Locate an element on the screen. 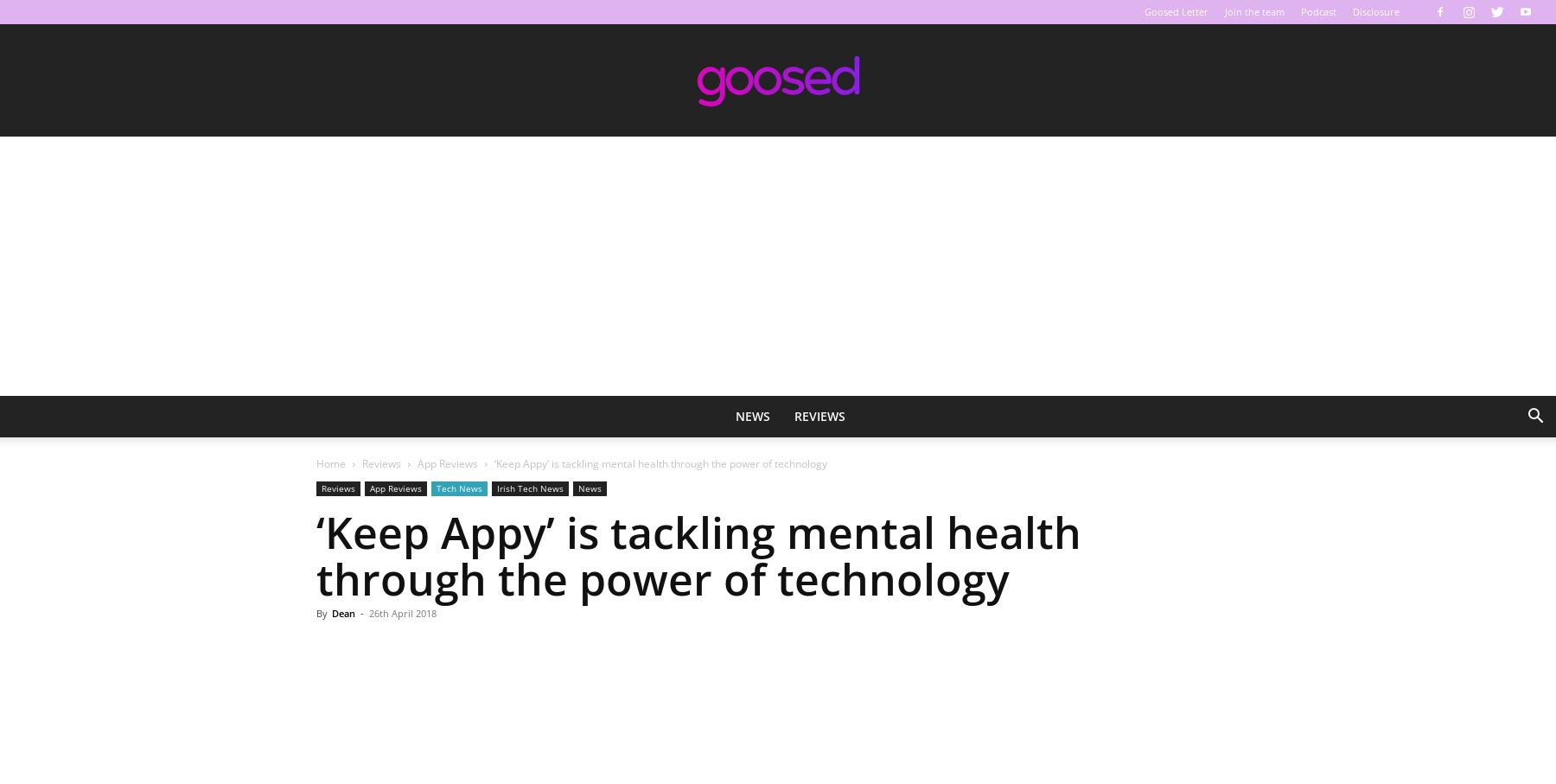  'By' is located at coordinates (316, 613).